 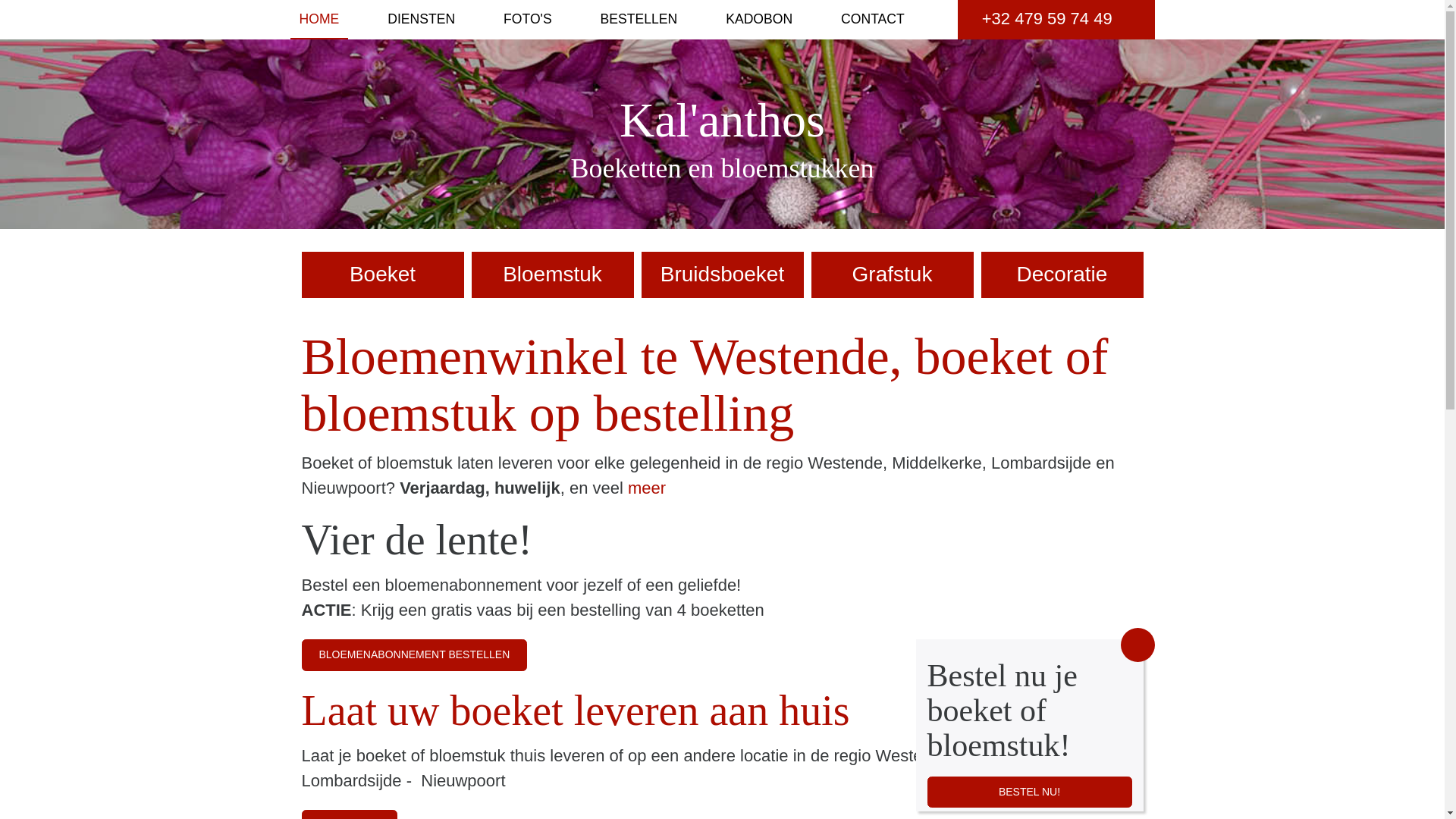 I want to click on 'DIENSTEN', so click(x=378, y=18).